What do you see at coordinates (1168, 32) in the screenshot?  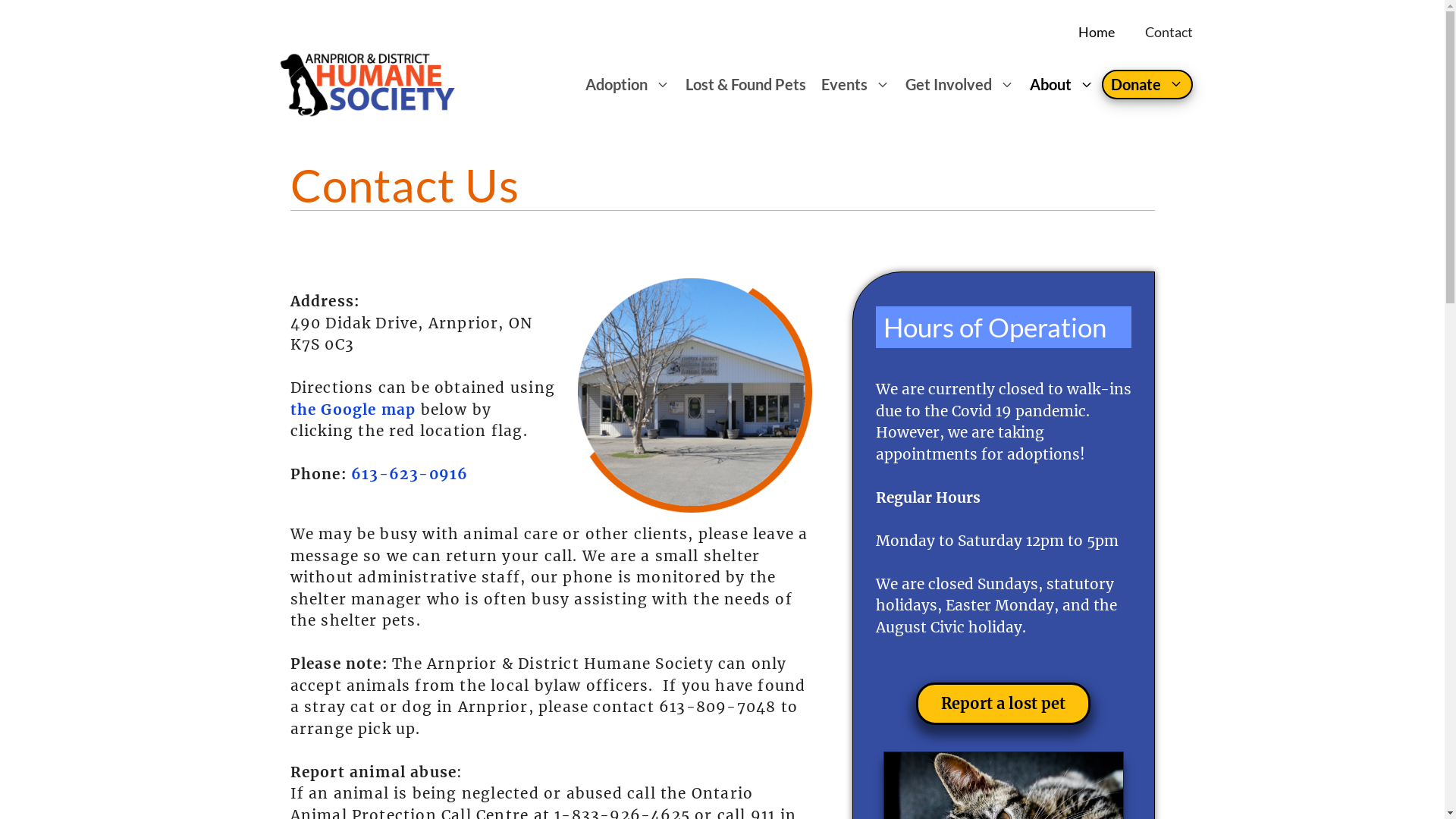 I see `'Contact'` at bounding box center [1168, 32].